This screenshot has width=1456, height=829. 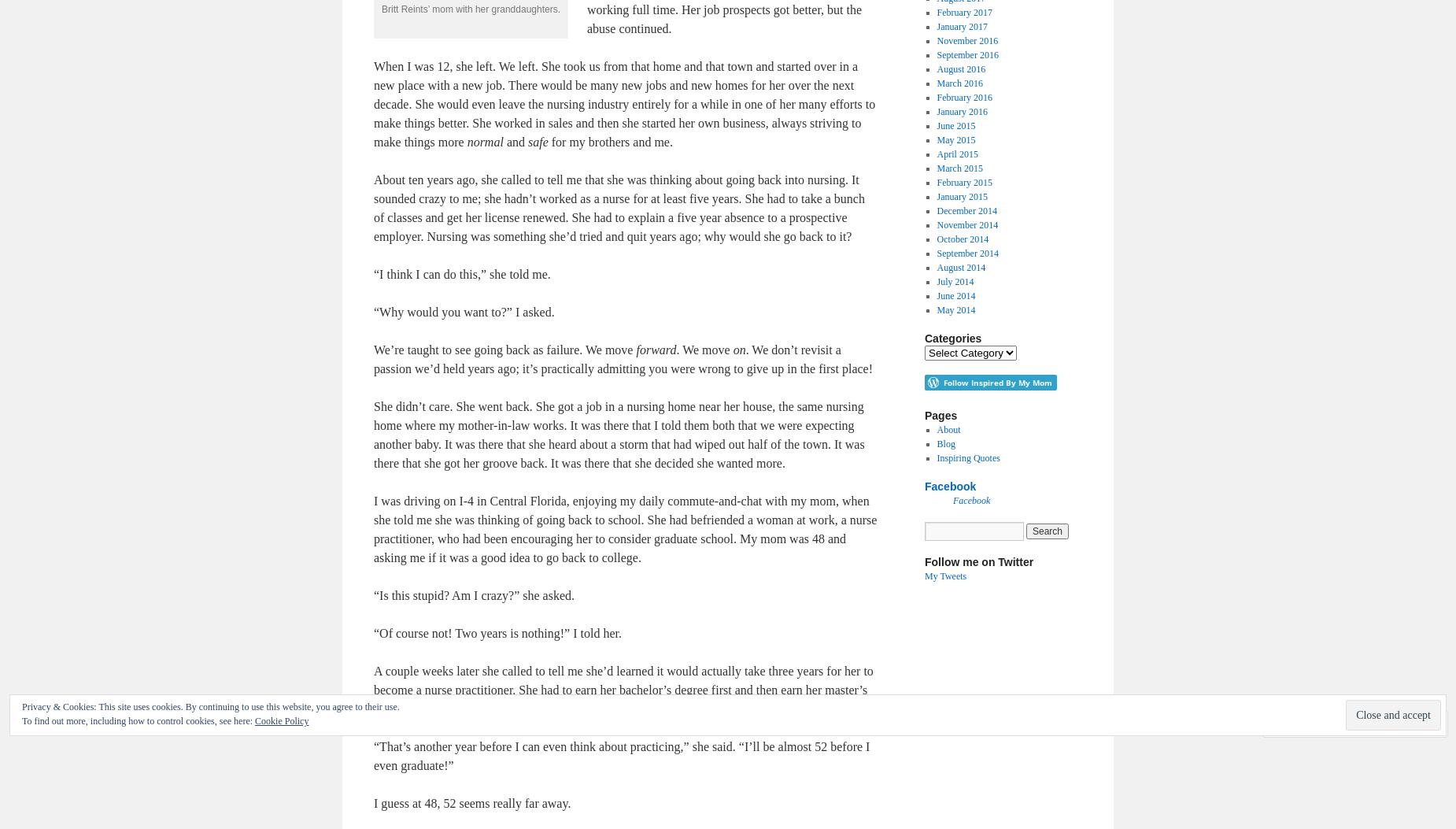 What do you see at coordinates (704, 349) in the screenshot?
I see `'. We move'` at bounding box center [704, 349].